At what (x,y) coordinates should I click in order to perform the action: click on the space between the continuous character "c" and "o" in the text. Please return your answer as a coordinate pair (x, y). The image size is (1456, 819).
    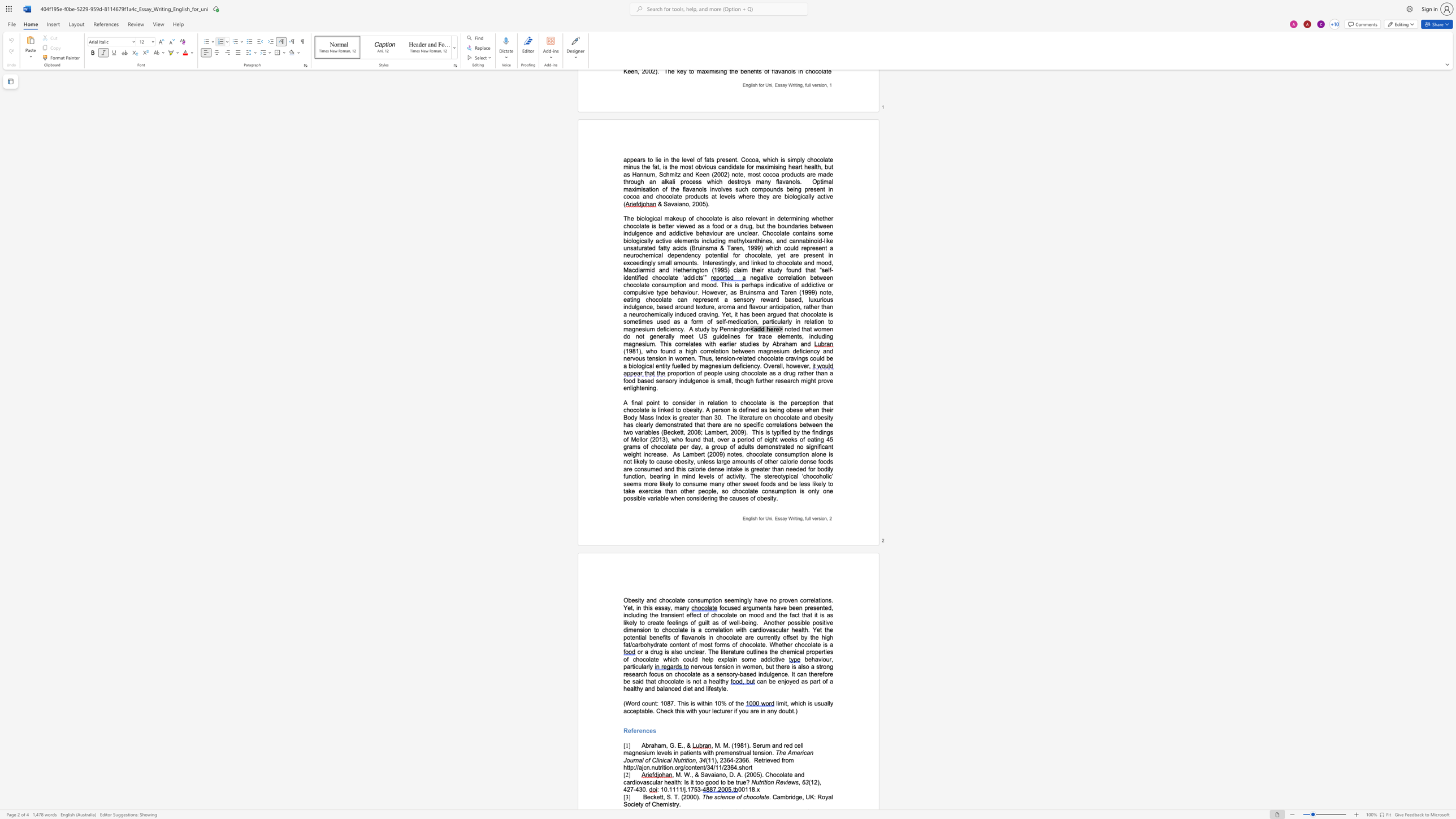
    Looking at the image, I should click on (756, 796).